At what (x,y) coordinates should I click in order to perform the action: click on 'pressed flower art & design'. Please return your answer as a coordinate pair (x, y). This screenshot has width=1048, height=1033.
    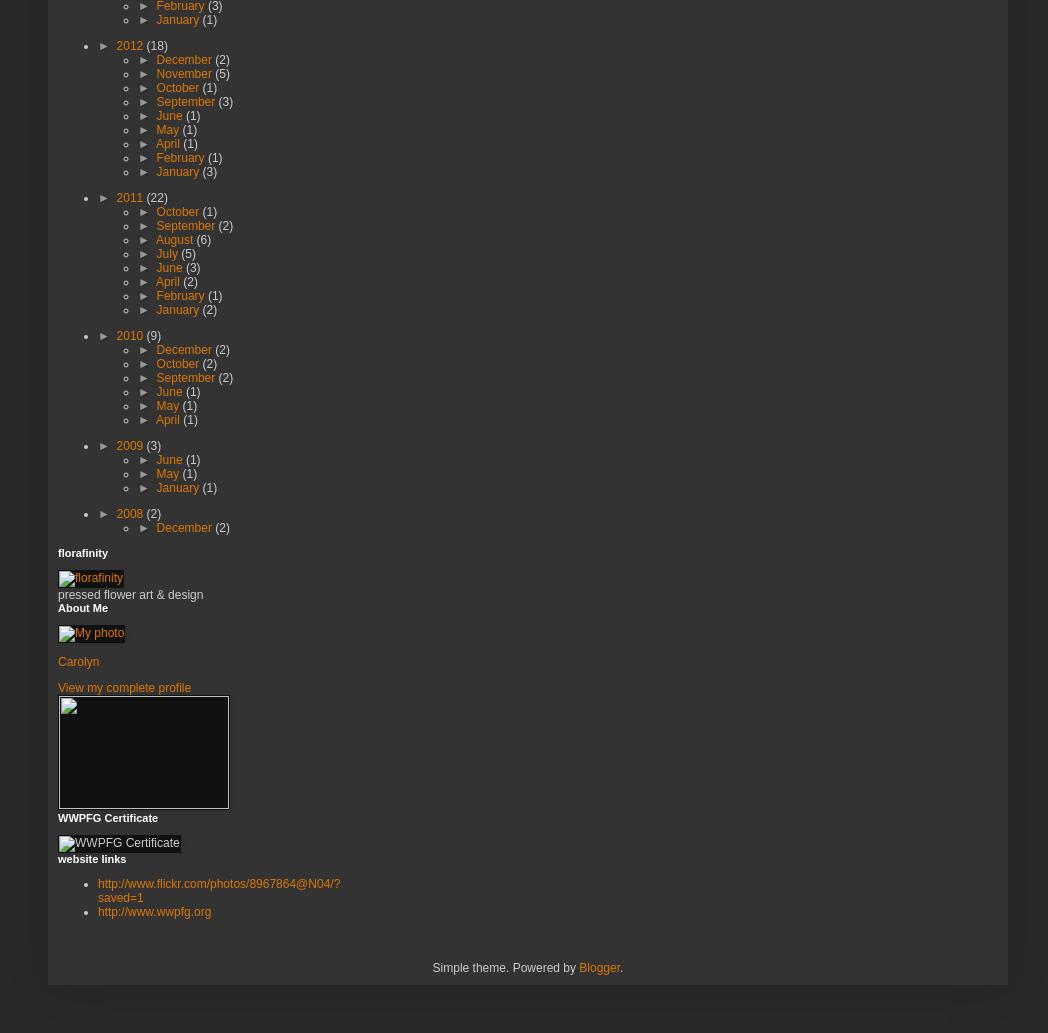
    Looking at the image, I should click on (129, 592).